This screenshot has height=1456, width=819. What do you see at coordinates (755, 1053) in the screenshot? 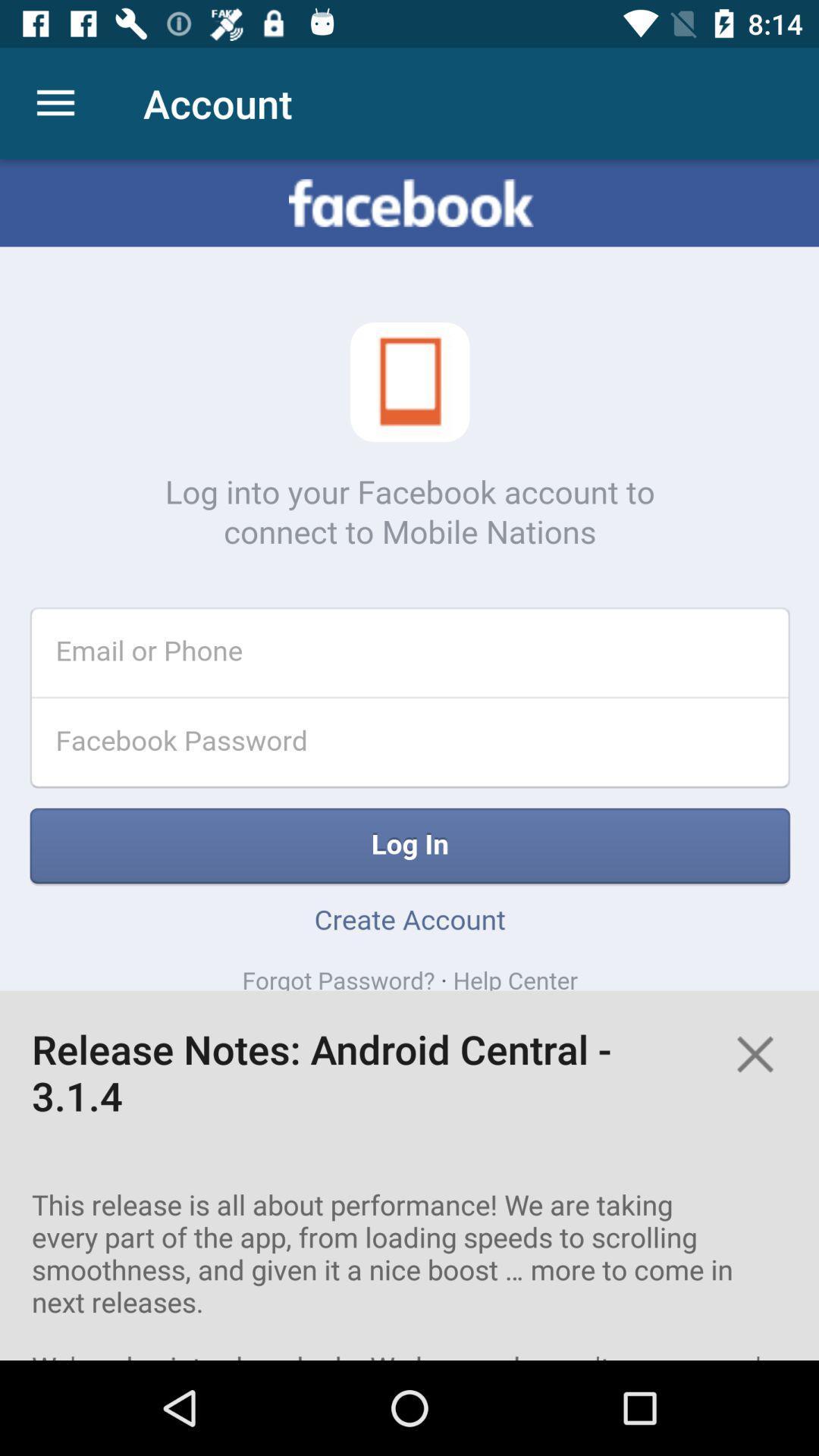
I see `notes` at bounding box center [755, 1053].